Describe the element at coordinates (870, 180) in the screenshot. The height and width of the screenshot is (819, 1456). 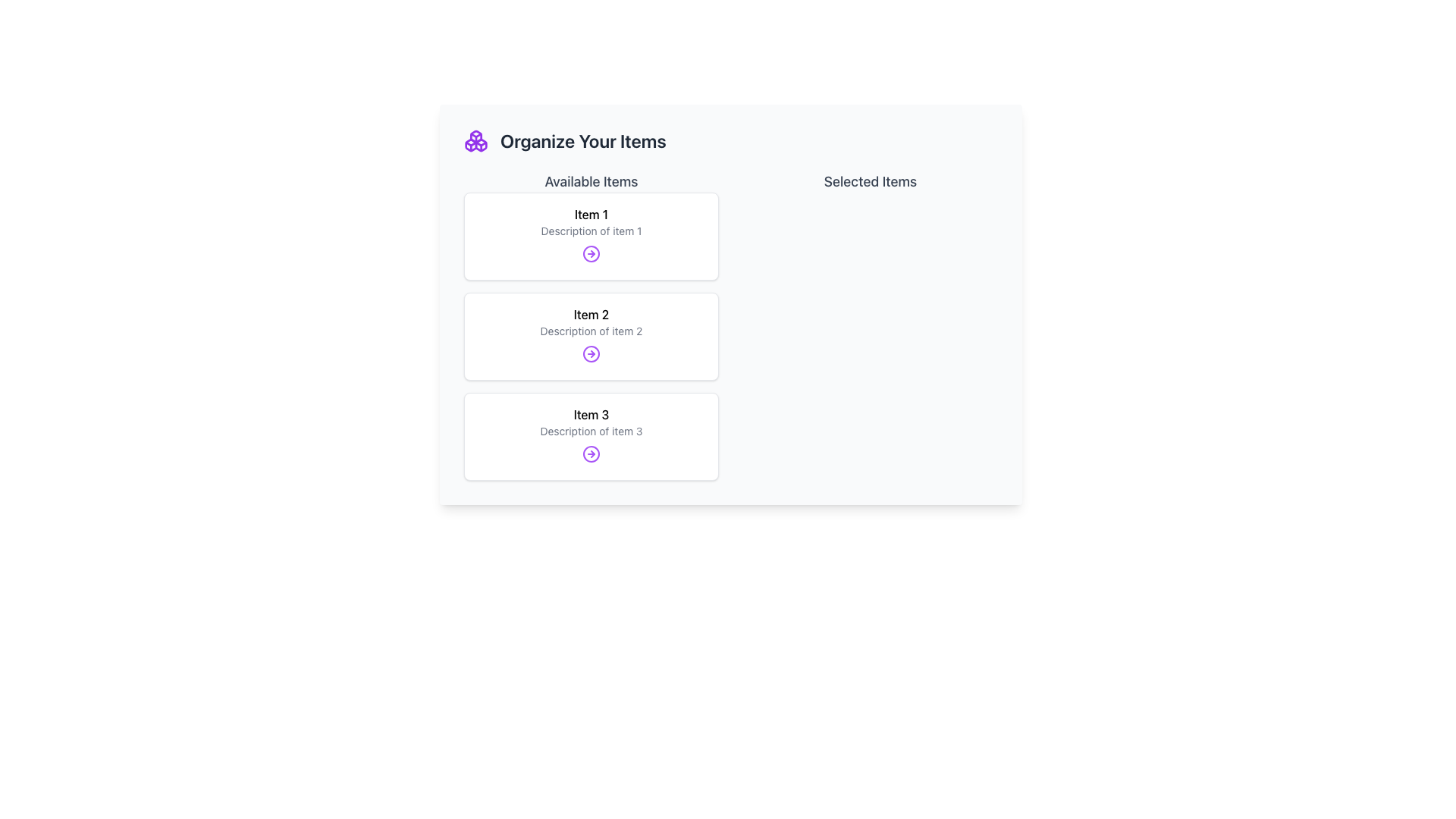
I see `the 'Selected Items' text label, which is prominently displayed in the upper-right section of the interface with a larger font size and medium weight in gray color` at that location.